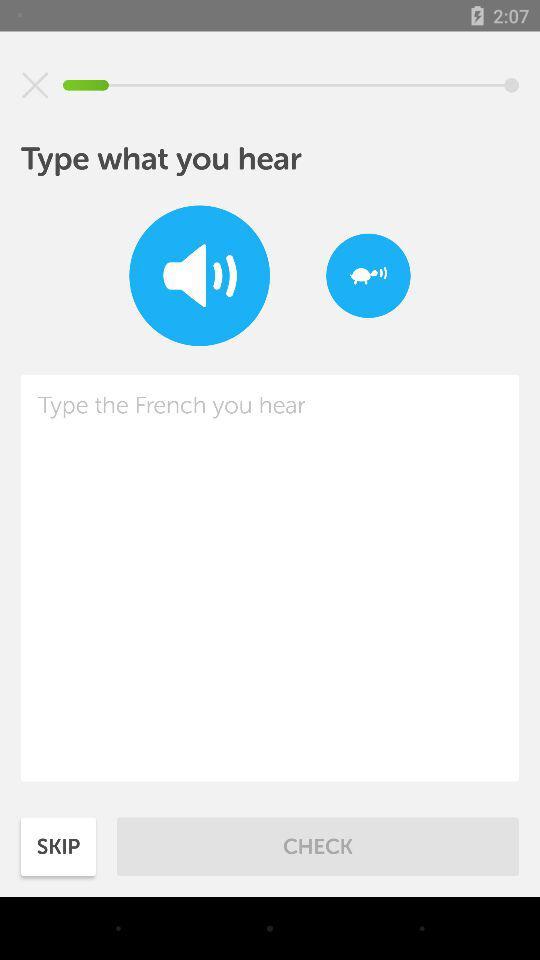  I want to click on item at the top right corner, so click(367, 274).